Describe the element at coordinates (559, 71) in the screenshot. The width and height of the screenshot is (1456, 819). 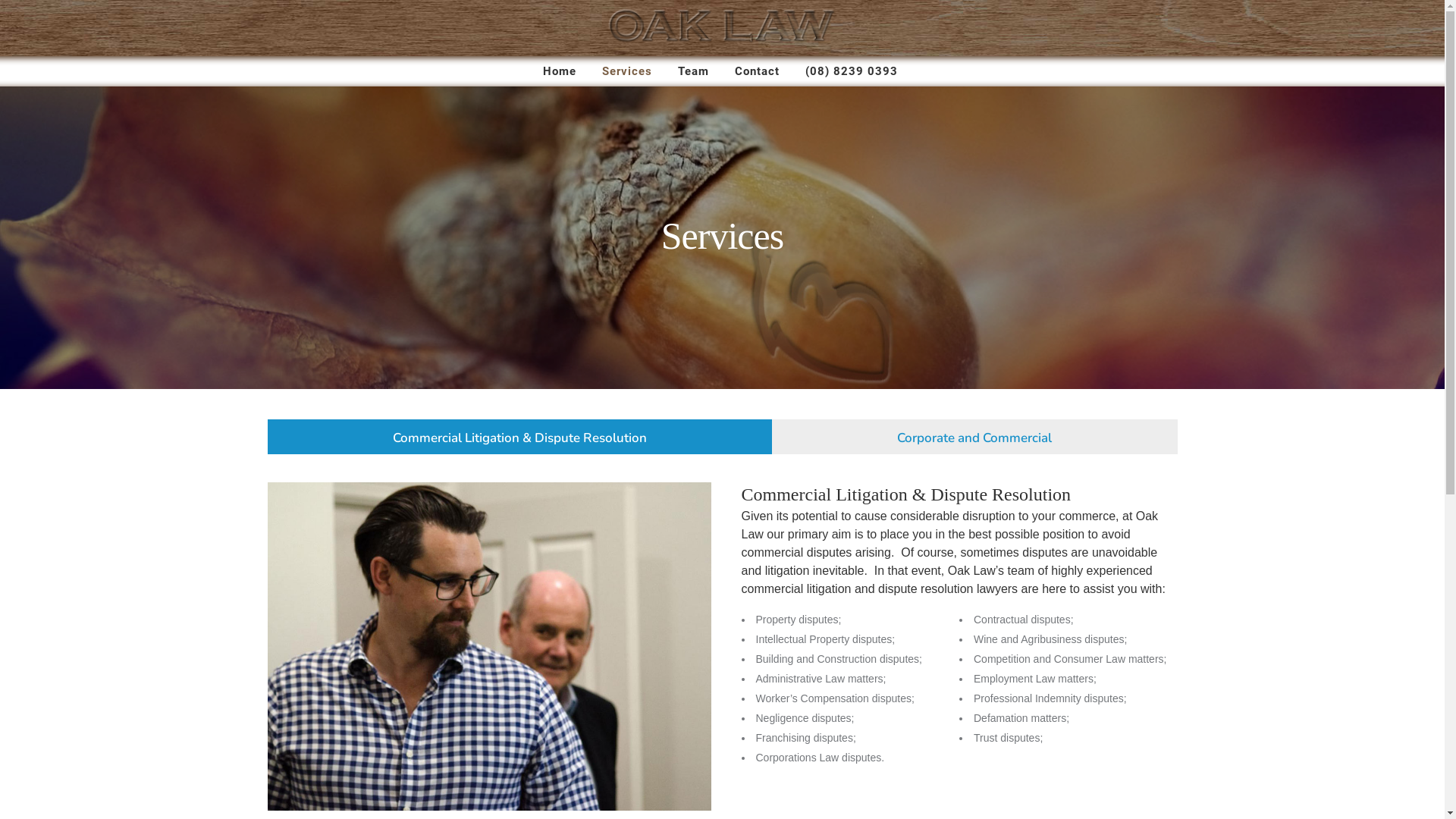
I see `'Home'` at that location.